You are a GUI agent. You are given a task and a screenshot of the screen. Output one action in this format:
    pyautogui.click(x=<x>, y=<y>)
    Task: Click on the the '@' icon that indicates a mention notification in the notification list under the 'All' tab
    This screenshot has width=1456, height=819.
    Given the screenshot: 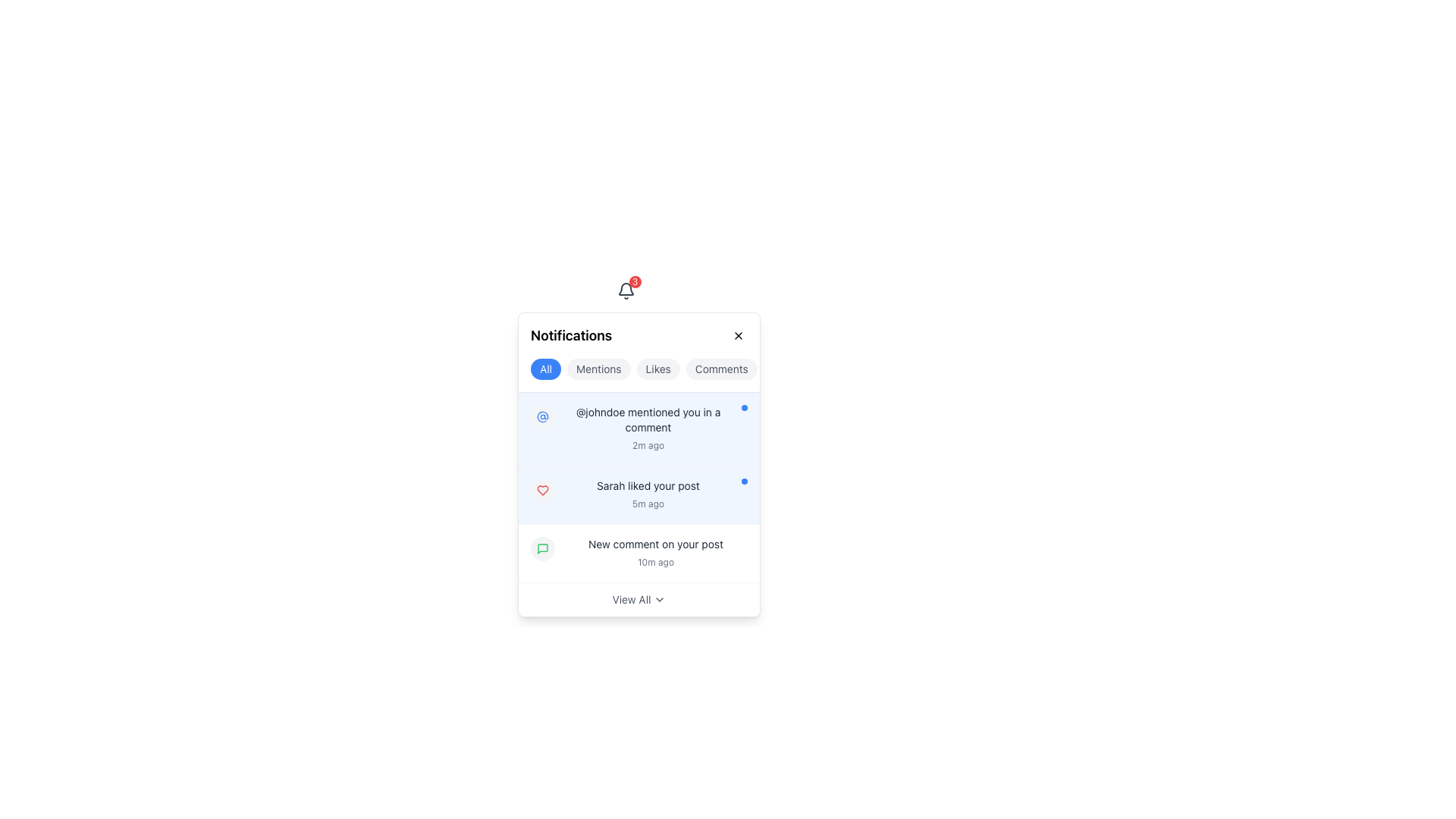 What is the action you would take?
    pyautogui.click(x=542, y=417)
    